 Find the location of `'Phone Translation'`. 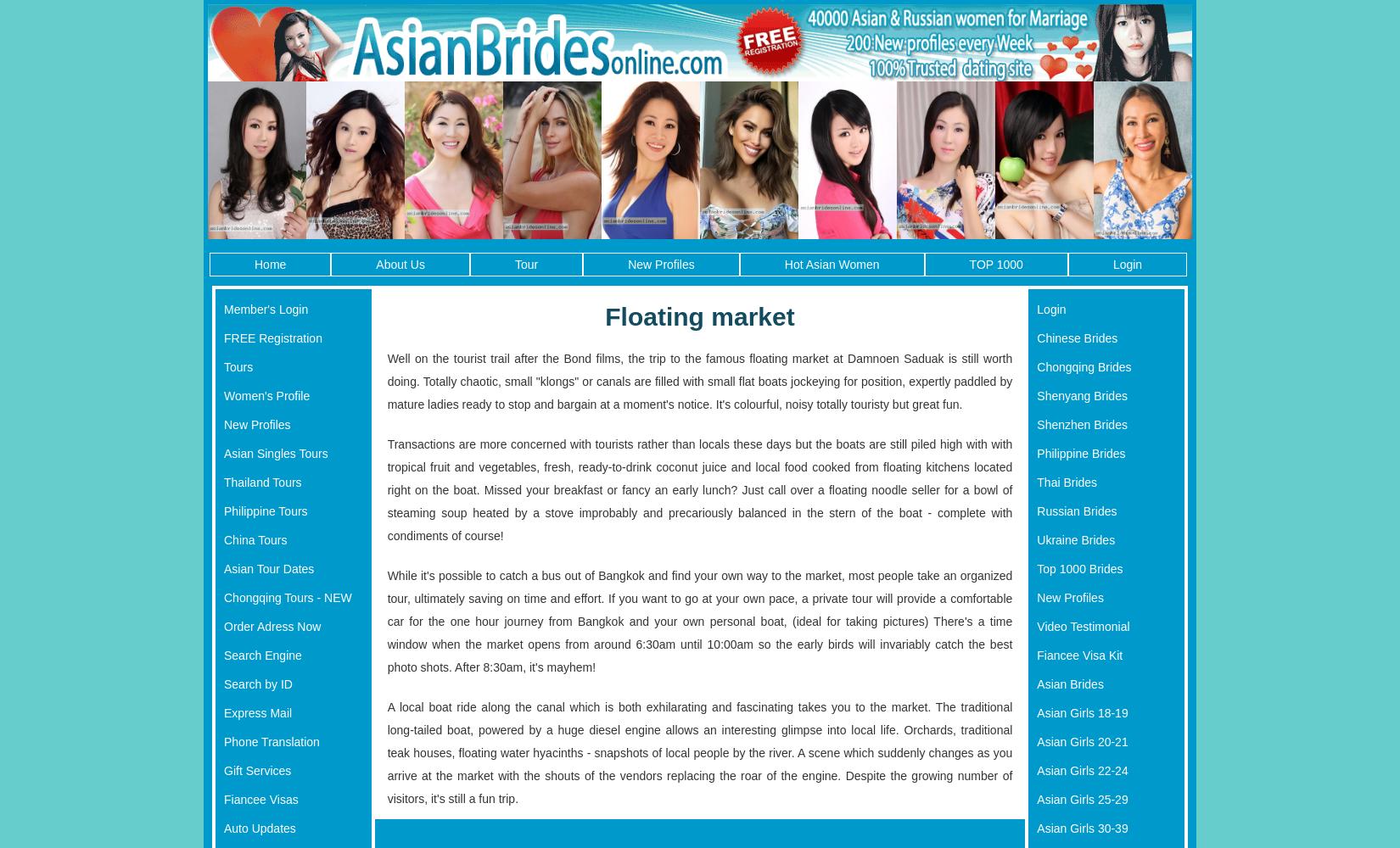

'Phone Translation' is located at coordinates (224, 740).